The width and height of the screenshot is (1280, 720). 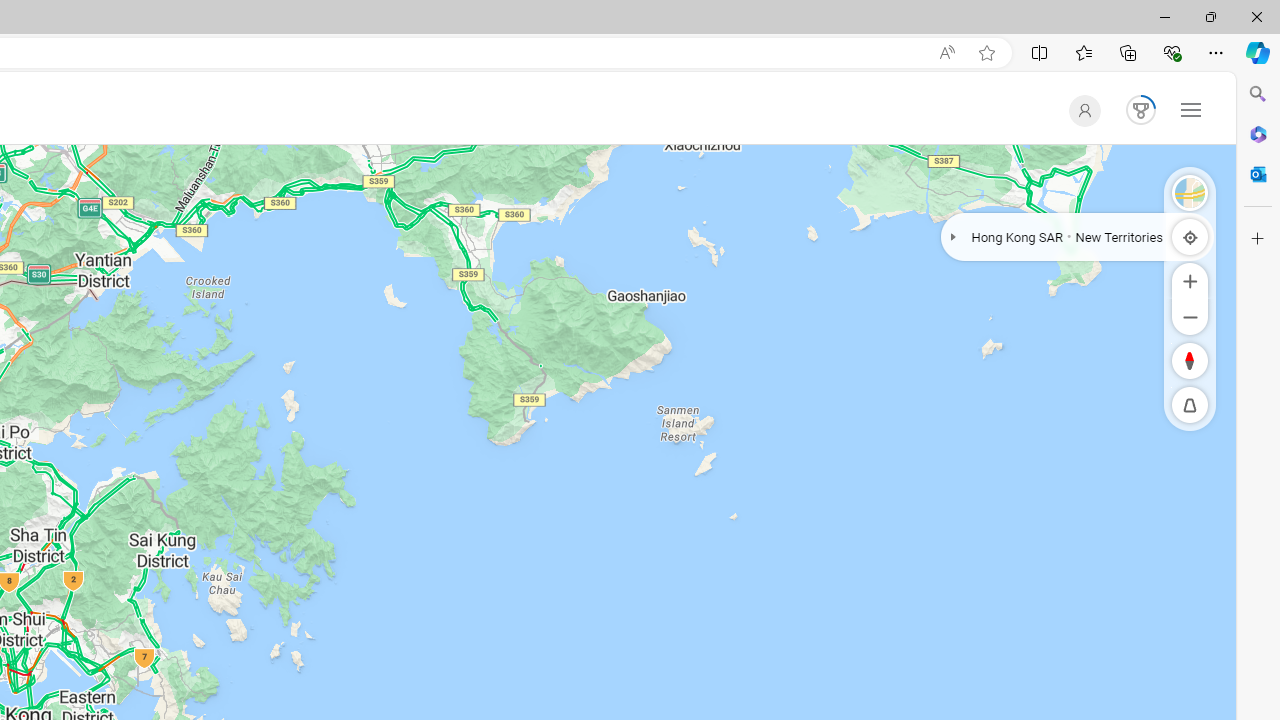 What do you see at coordinates (1190, 192) in the screenshot?
I see `'Select Style'` at bounding box center [1190, 192].